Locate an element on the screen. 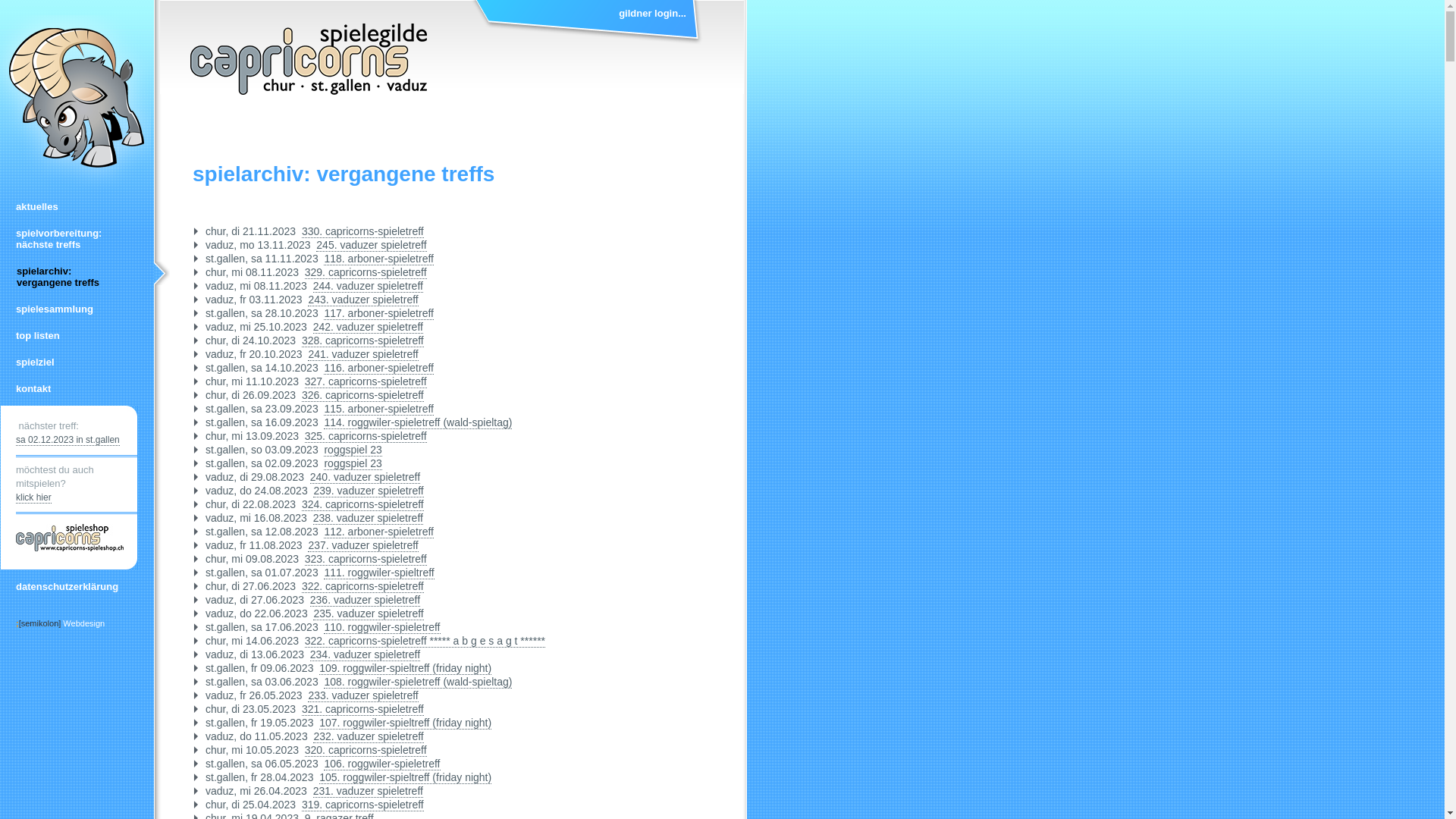 This screenshot has height=819, width=1456. '320. capricorns-spieletreff' is located at coordinates (366, 749).